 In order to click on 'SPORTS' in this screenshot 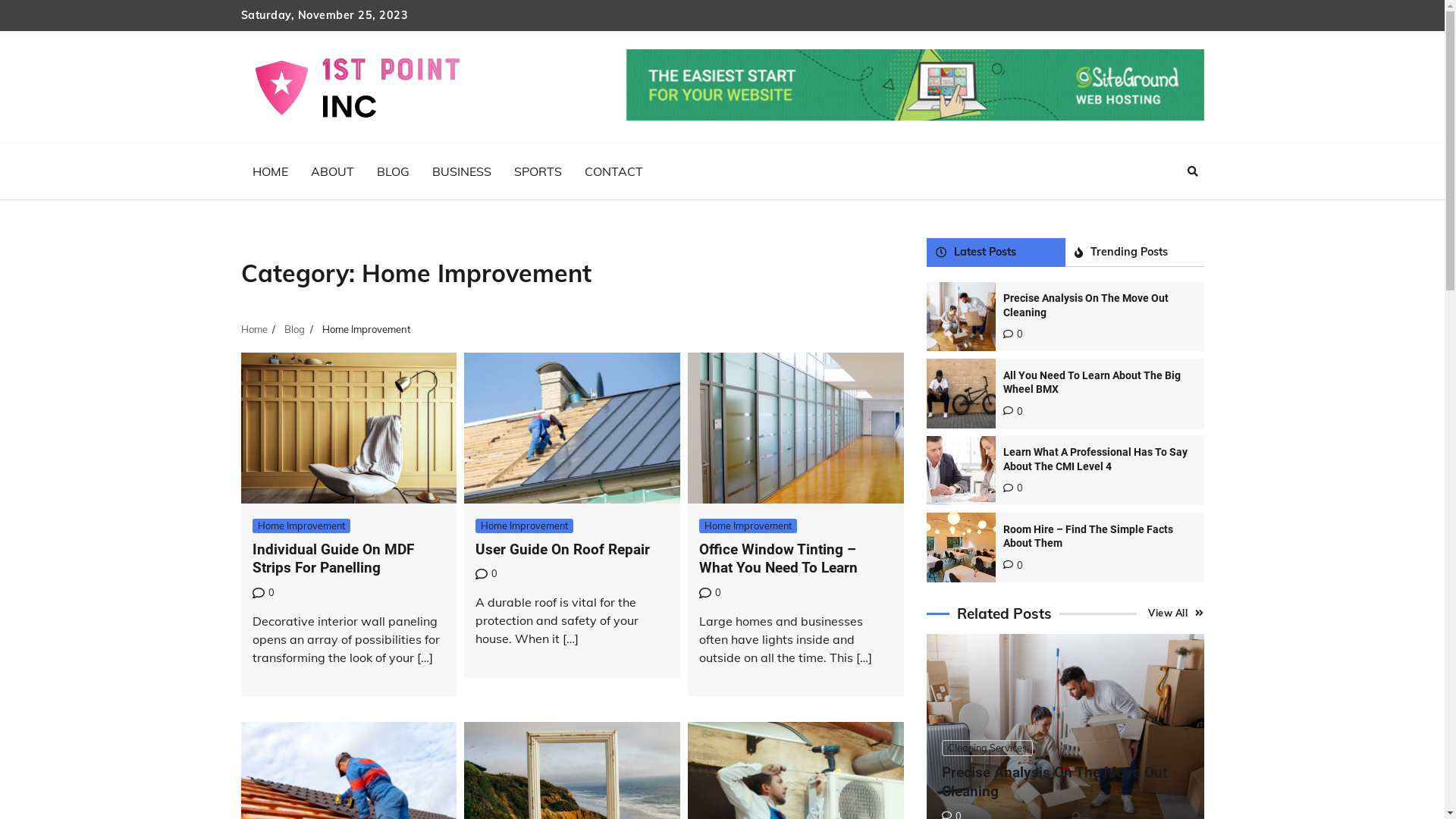, I will do `click(502, 171)`.